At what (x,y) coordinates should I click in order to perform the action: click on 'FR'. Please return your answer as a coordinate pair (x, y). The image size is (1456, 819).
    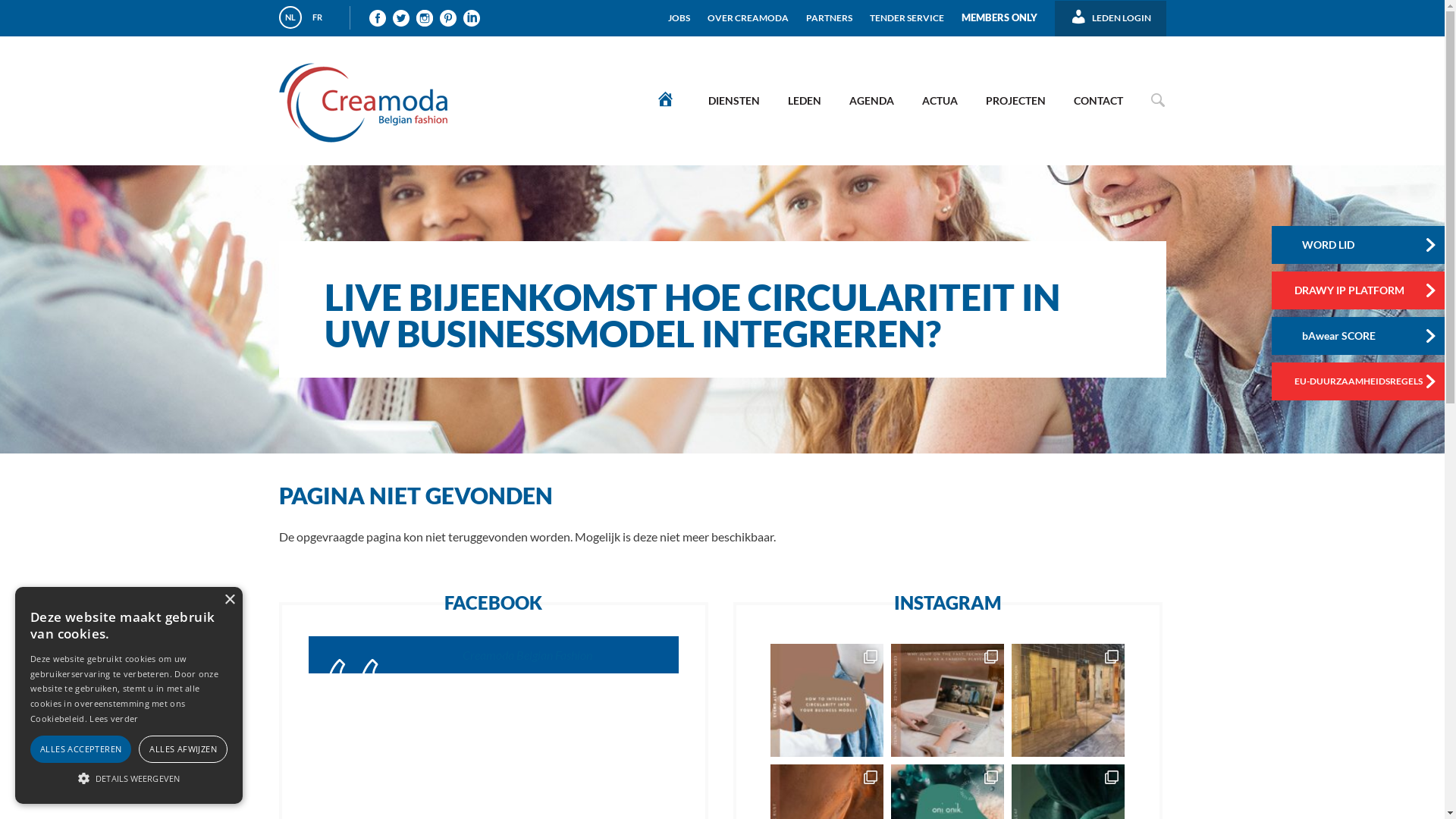
    Looking at the image, I should click on (305, 17).